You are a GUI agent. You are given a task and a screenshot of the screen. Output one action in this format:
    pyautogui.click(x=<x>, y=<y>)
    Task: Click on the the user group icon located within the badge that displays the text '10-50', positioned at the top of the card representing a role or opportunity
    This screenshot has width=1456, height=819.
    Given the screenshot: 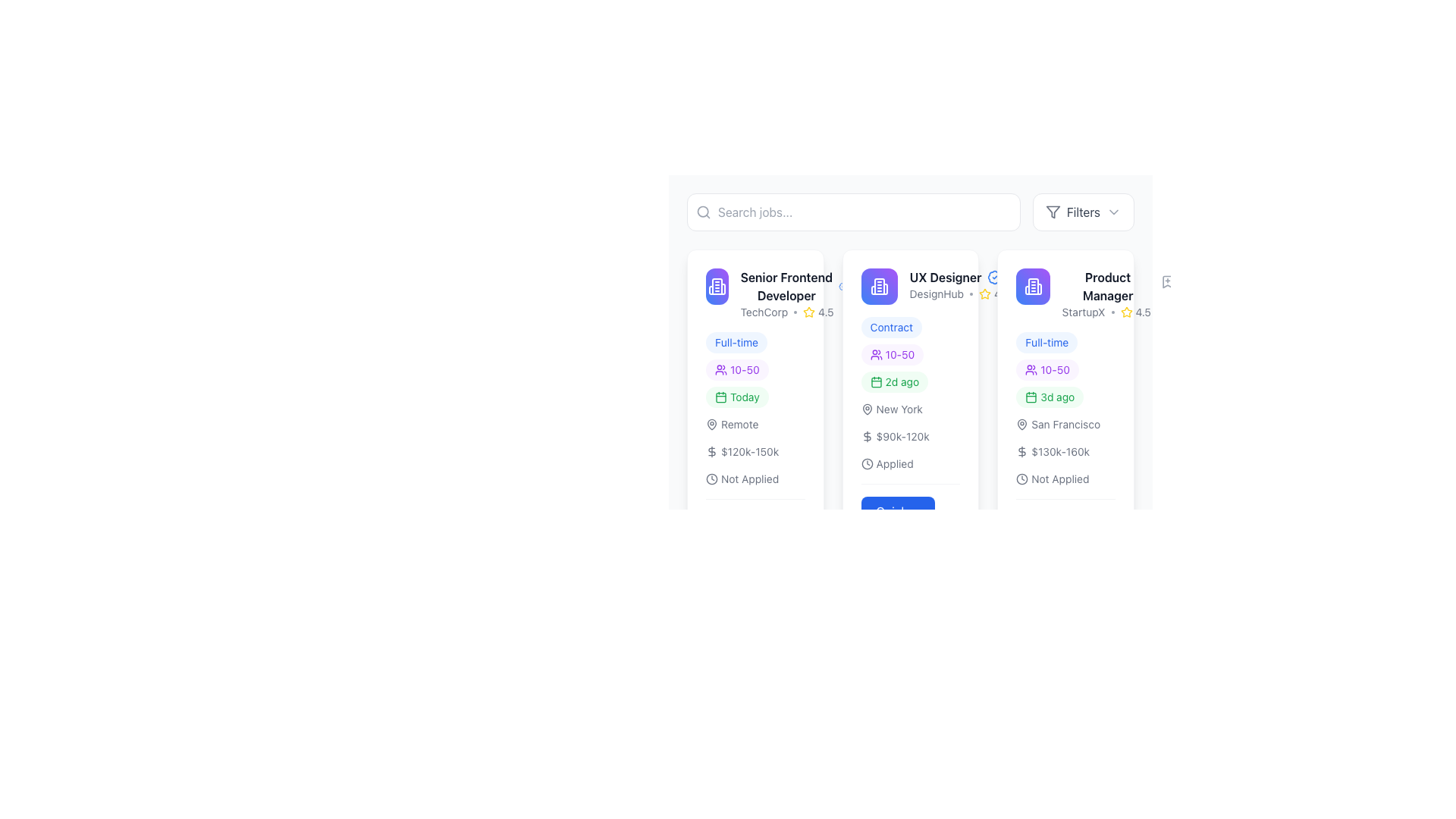 What is the action you would take?
    pyautogui.click(x=876, y=354)
    